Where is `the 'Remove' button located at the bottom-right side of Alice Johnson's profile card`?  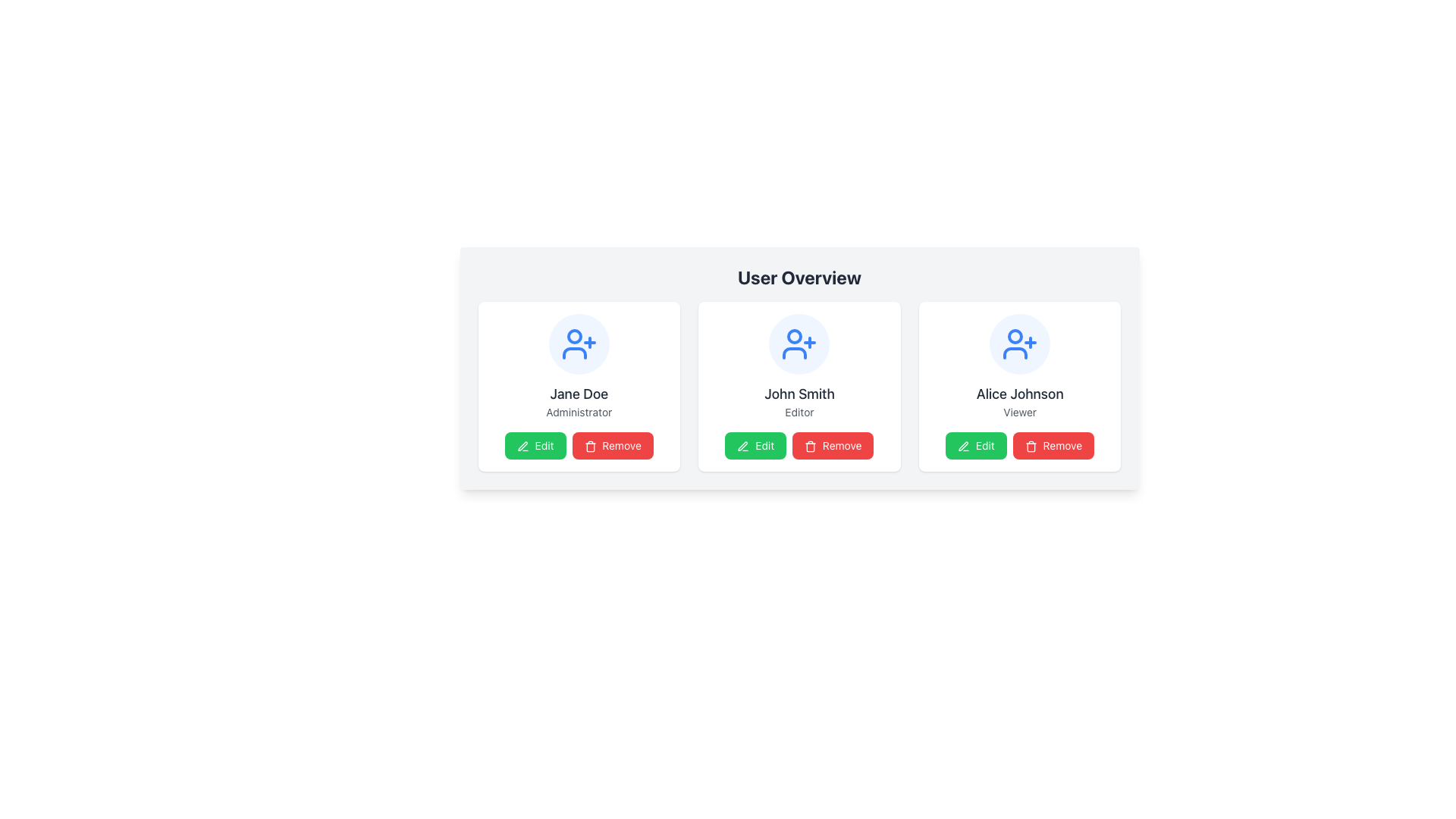
the 'Remove' button located at the bottom-right side of Alice Johnson's profile card is located at coordinates (1053, 444).